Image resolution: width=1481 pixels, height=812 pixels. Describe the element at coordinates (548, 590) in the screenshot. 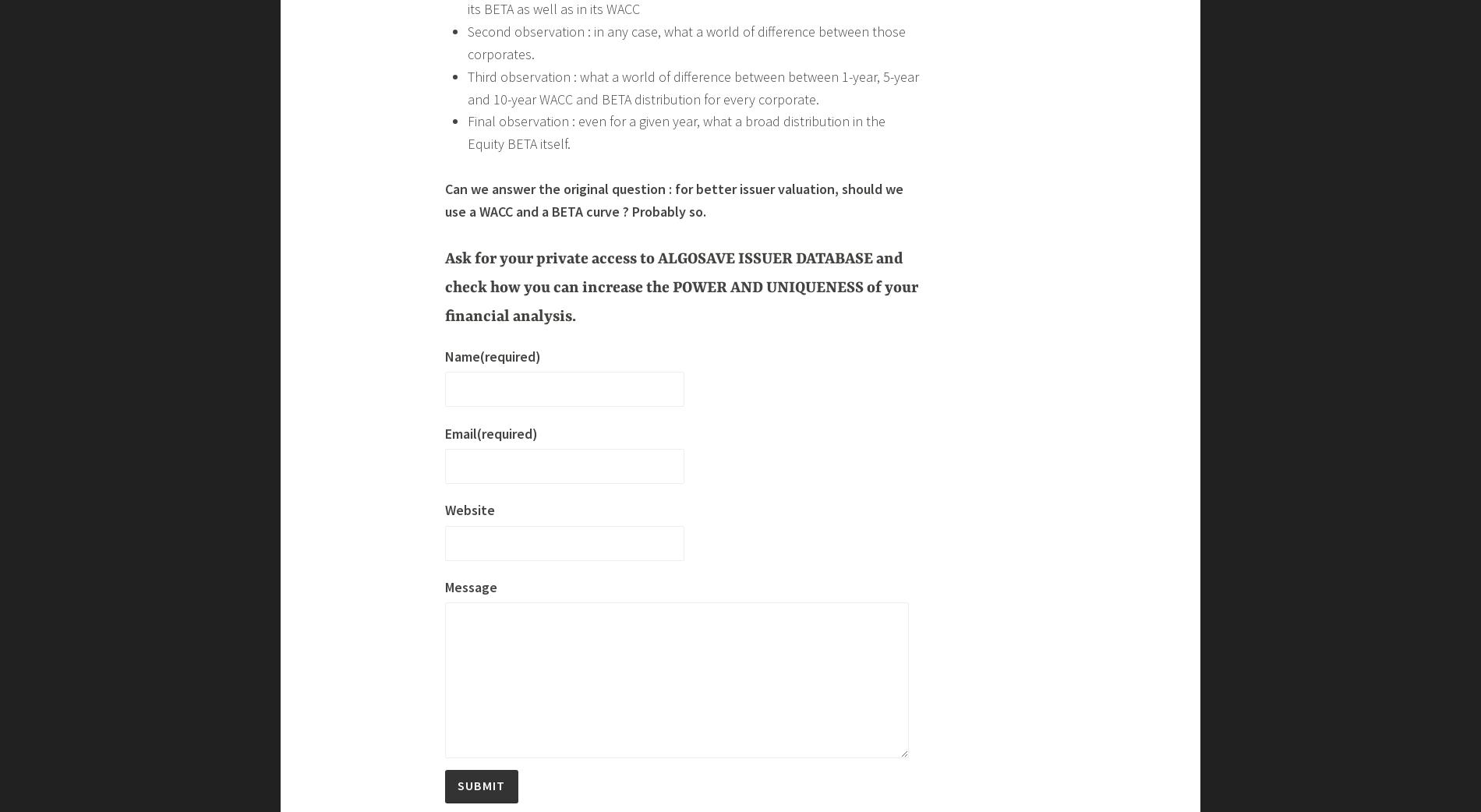

I see `'10-year distribution in green'` at that location.